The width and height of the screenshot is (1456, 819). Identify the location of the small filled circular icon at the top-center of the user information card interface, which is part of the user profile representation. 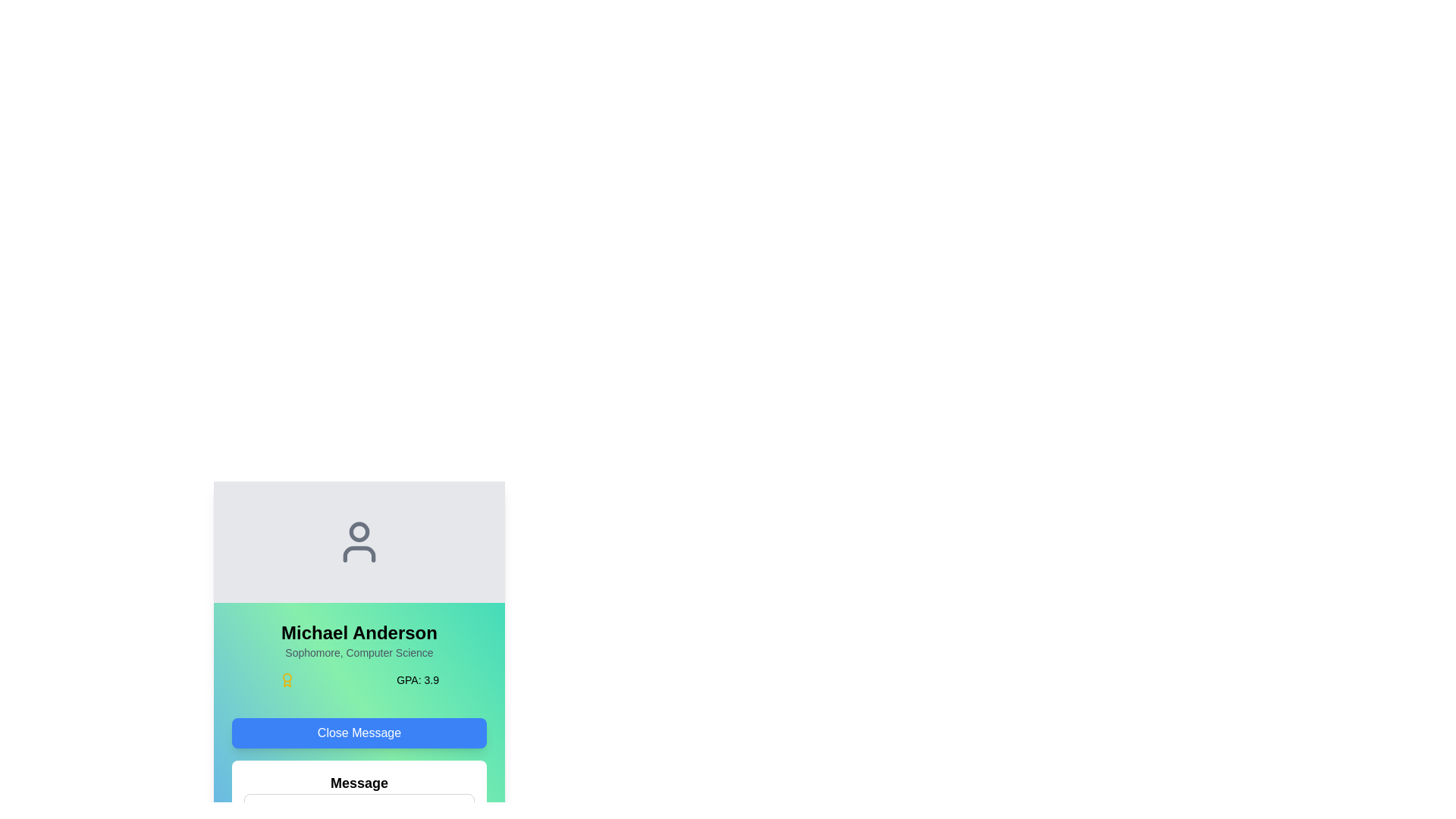
(359, 531).